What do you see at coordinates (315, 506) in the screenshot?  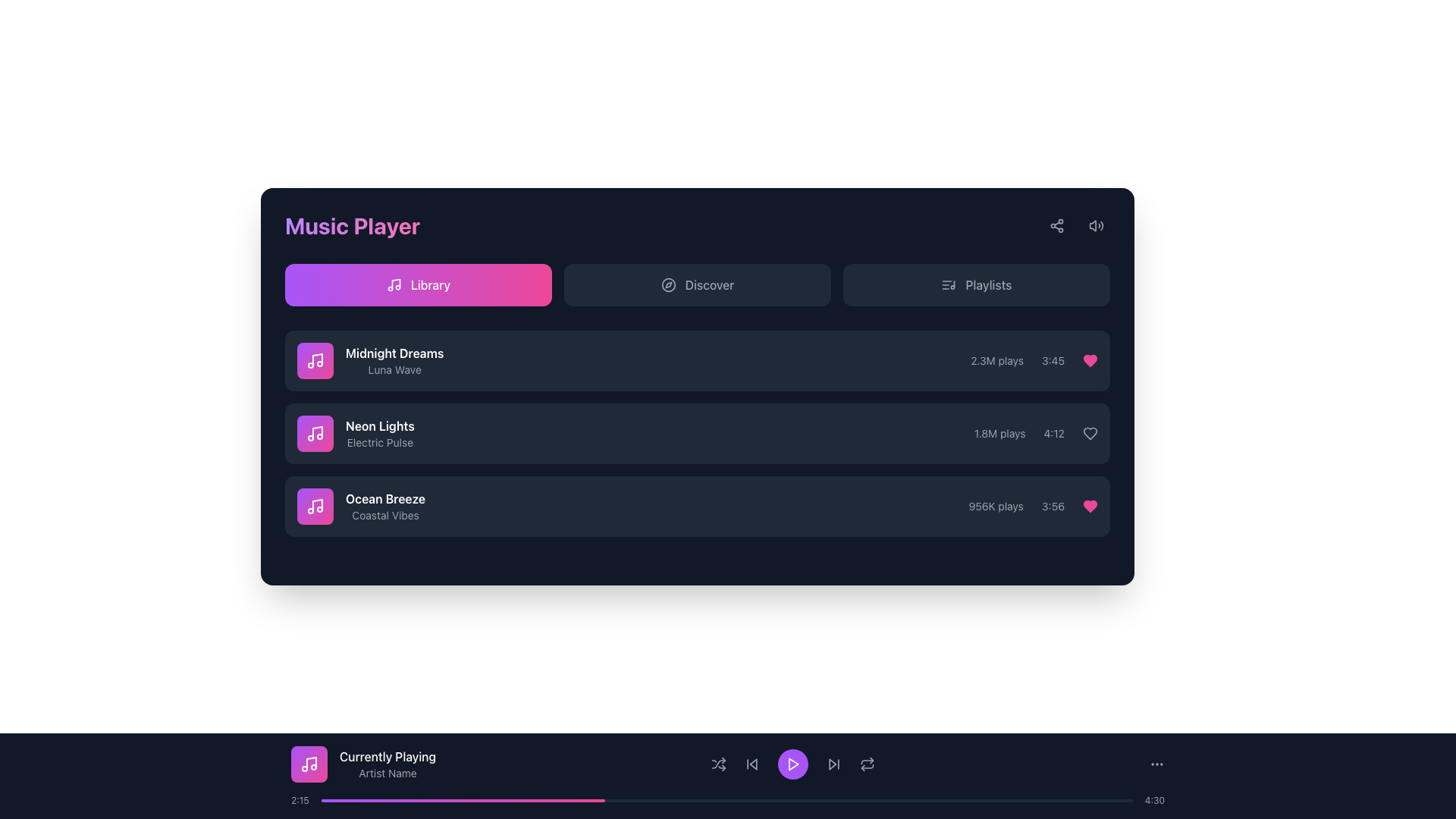 I see `the music note icon, which is white and styled as an outline, located within a vibrant purple to pink gradient square in the 'Library' section of the music player interface for 'Midnight Dreams'` at bounding box center [315, 506].